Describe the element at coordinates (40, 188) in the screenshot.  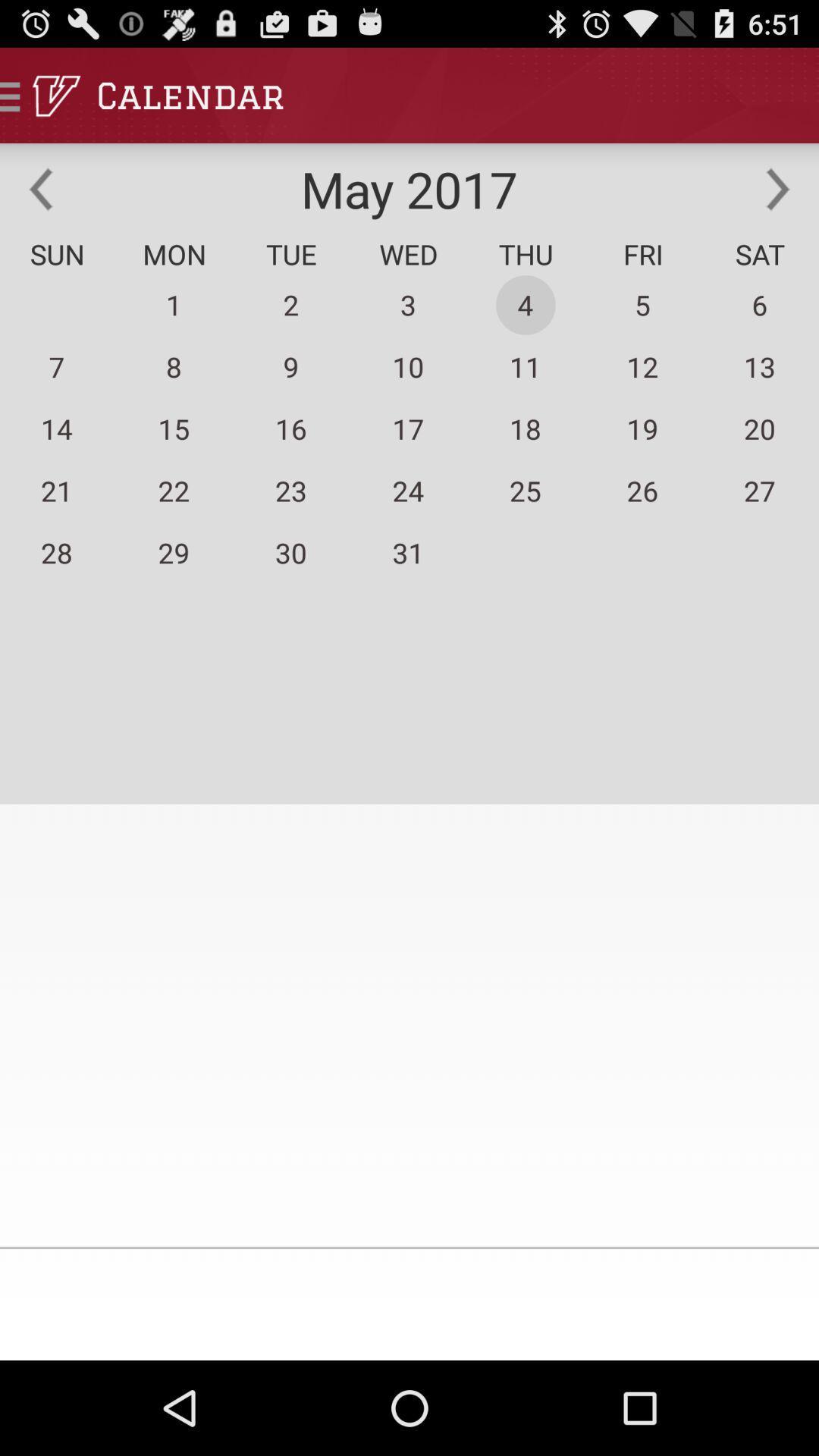
I see `earlier time in calendar` at that location.